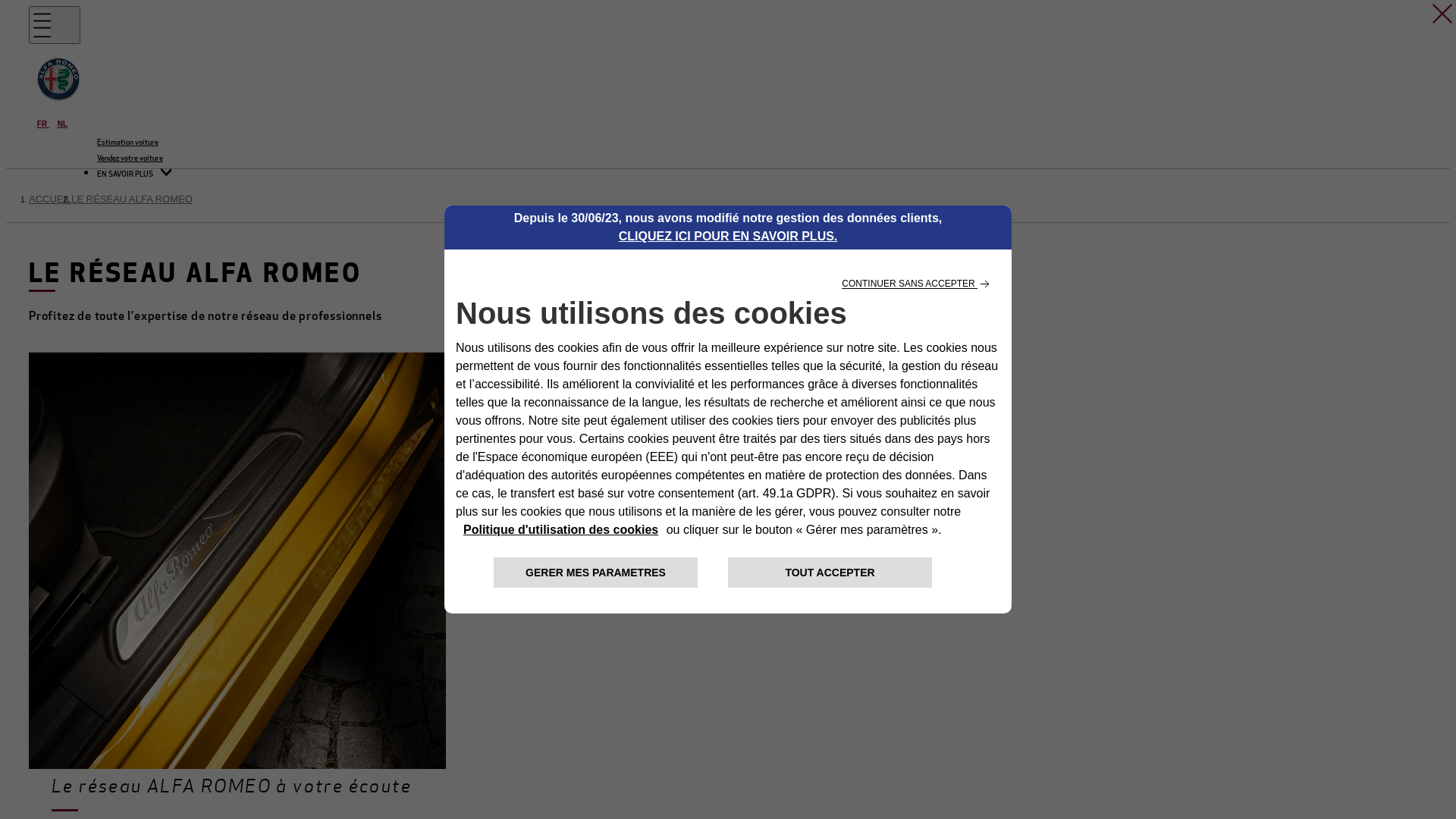 Image resolution: width=1456 pixels, height=819 pixels. I want to click on 'EN SAVOIR PLUS', so click(96, 174).